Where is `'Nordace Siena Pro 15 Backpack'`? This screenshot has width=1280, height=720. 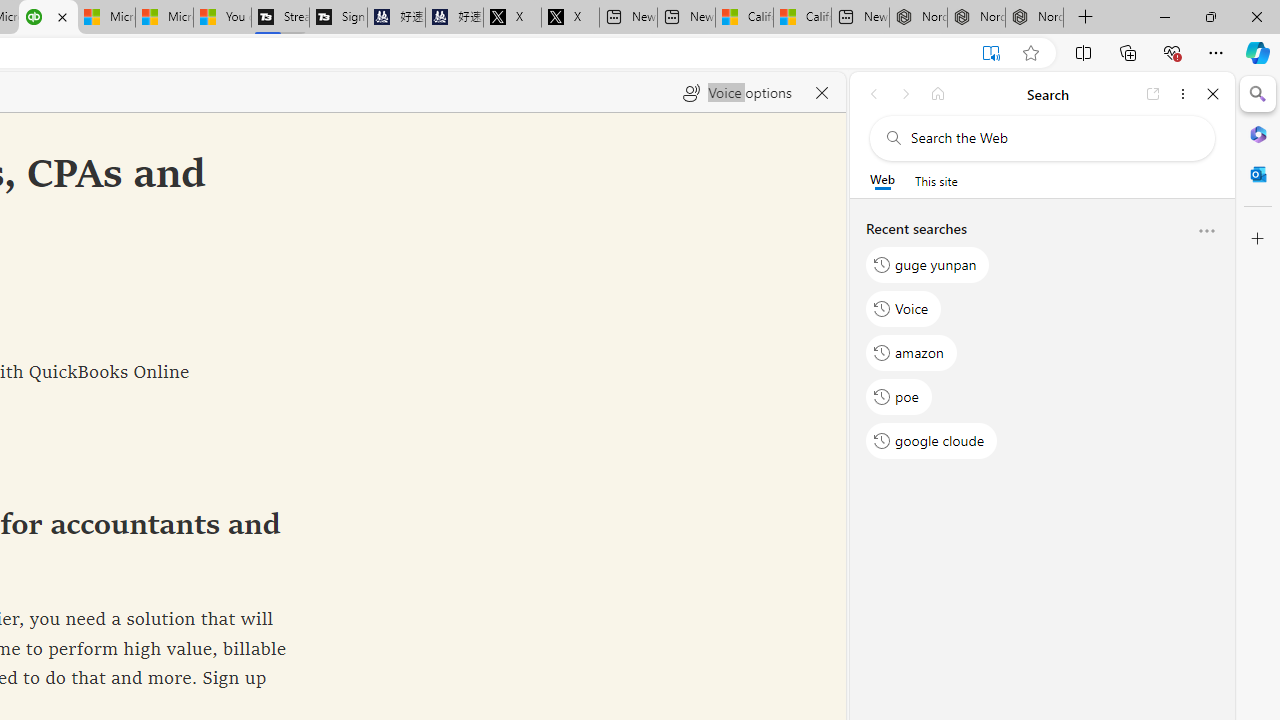 'Nordace Siena Pro 15 Backpack' is located at coordinates (976, 17).